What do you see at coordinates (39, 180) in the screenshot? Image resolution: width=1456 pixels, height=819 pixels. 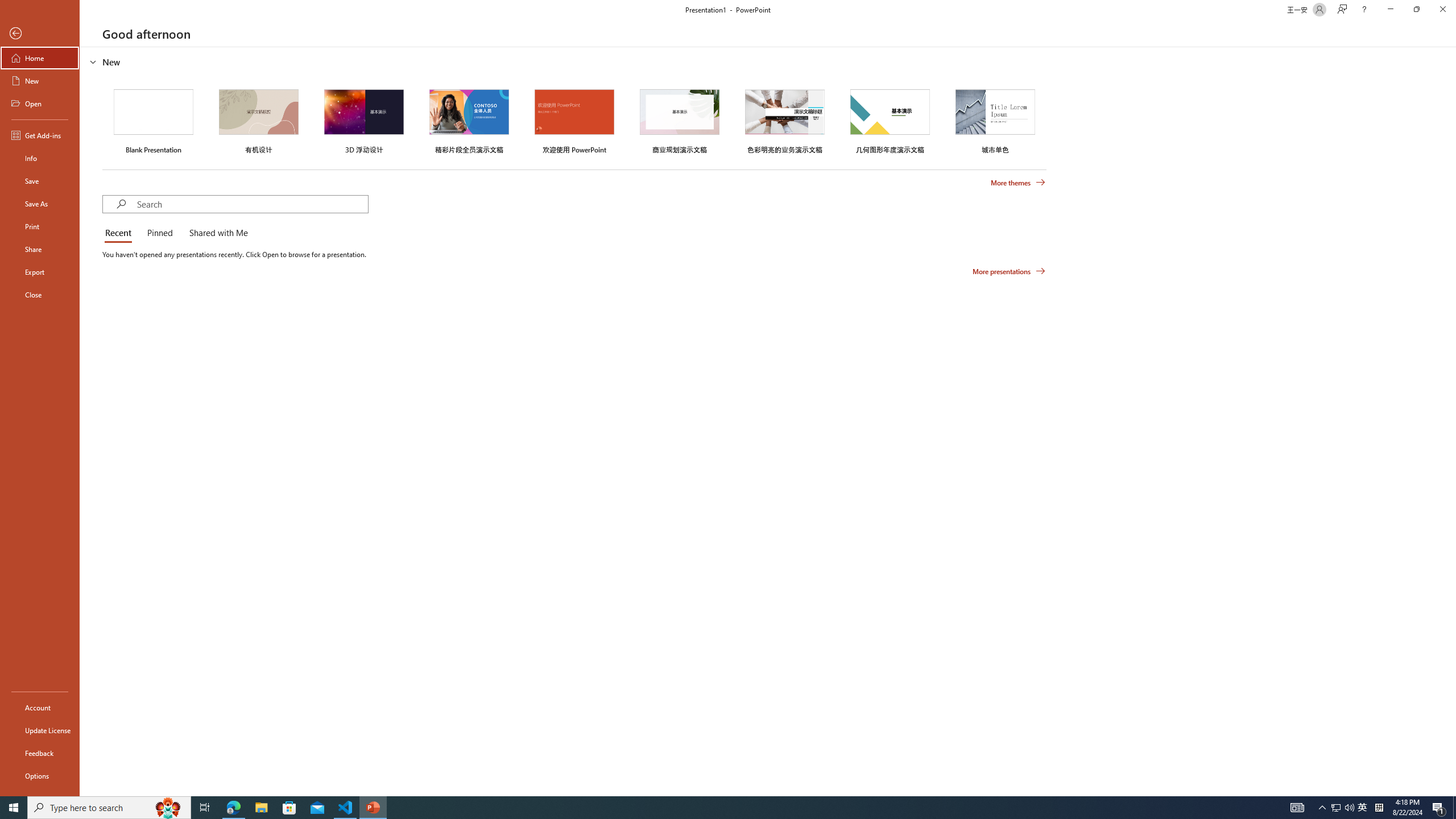 I see `'Save'` at bounding box center [39, 180].